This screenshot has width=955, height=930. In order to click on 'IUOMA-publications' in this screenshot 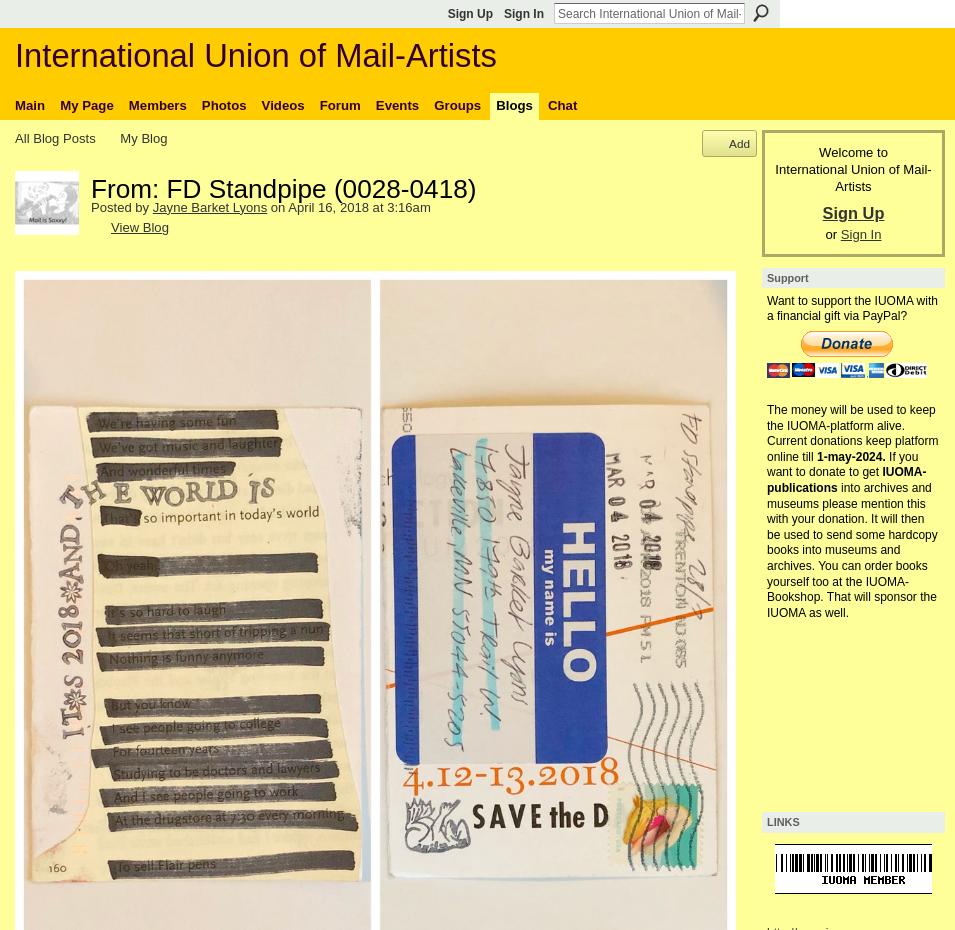, I will do `click(846, 478)`.